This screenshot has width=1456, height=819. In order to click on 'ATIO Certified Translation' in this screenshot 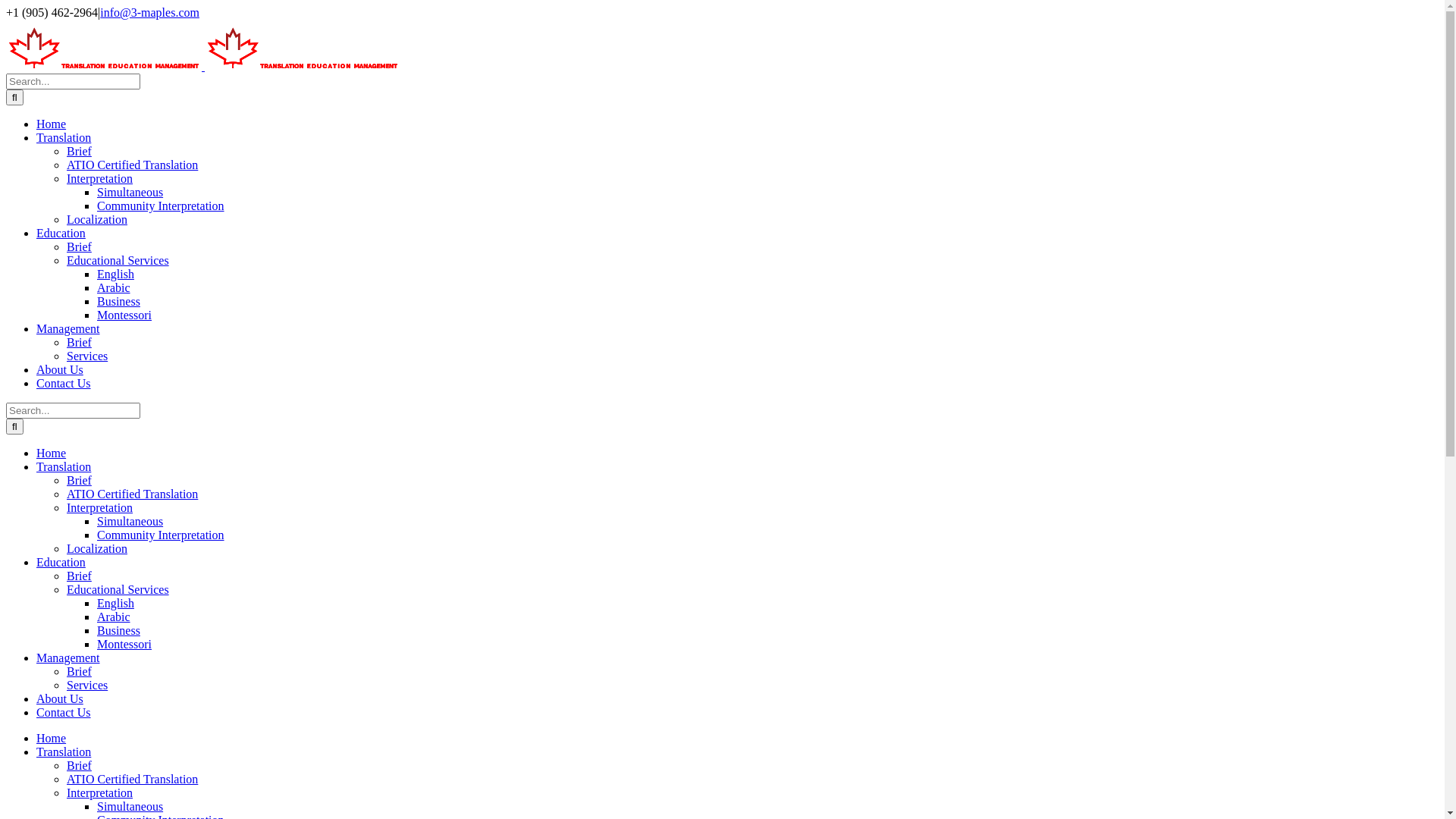, I will do `click(132, 494)`.